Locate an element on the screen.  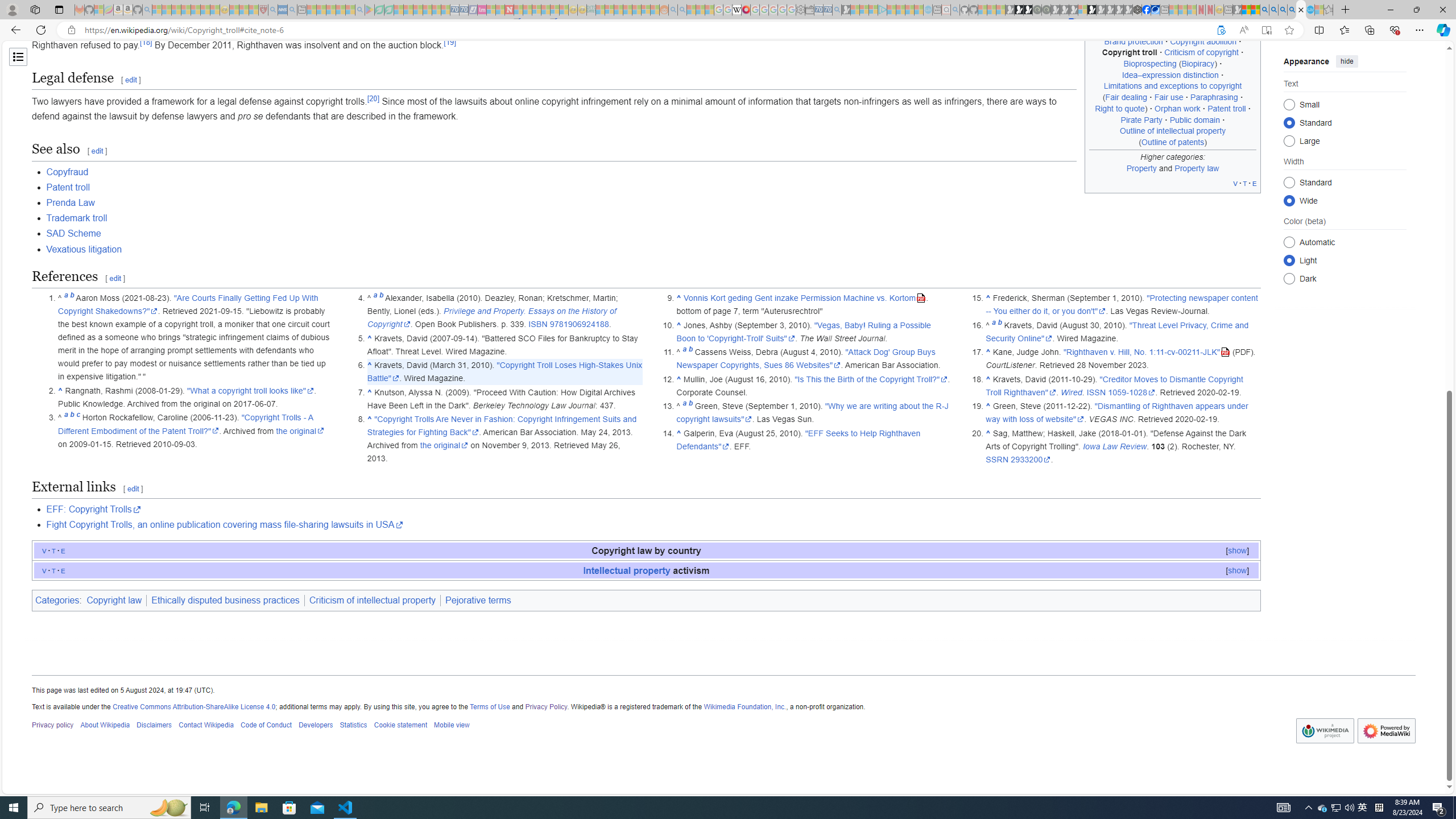
'Large' is located at coordinates (1289, 140).